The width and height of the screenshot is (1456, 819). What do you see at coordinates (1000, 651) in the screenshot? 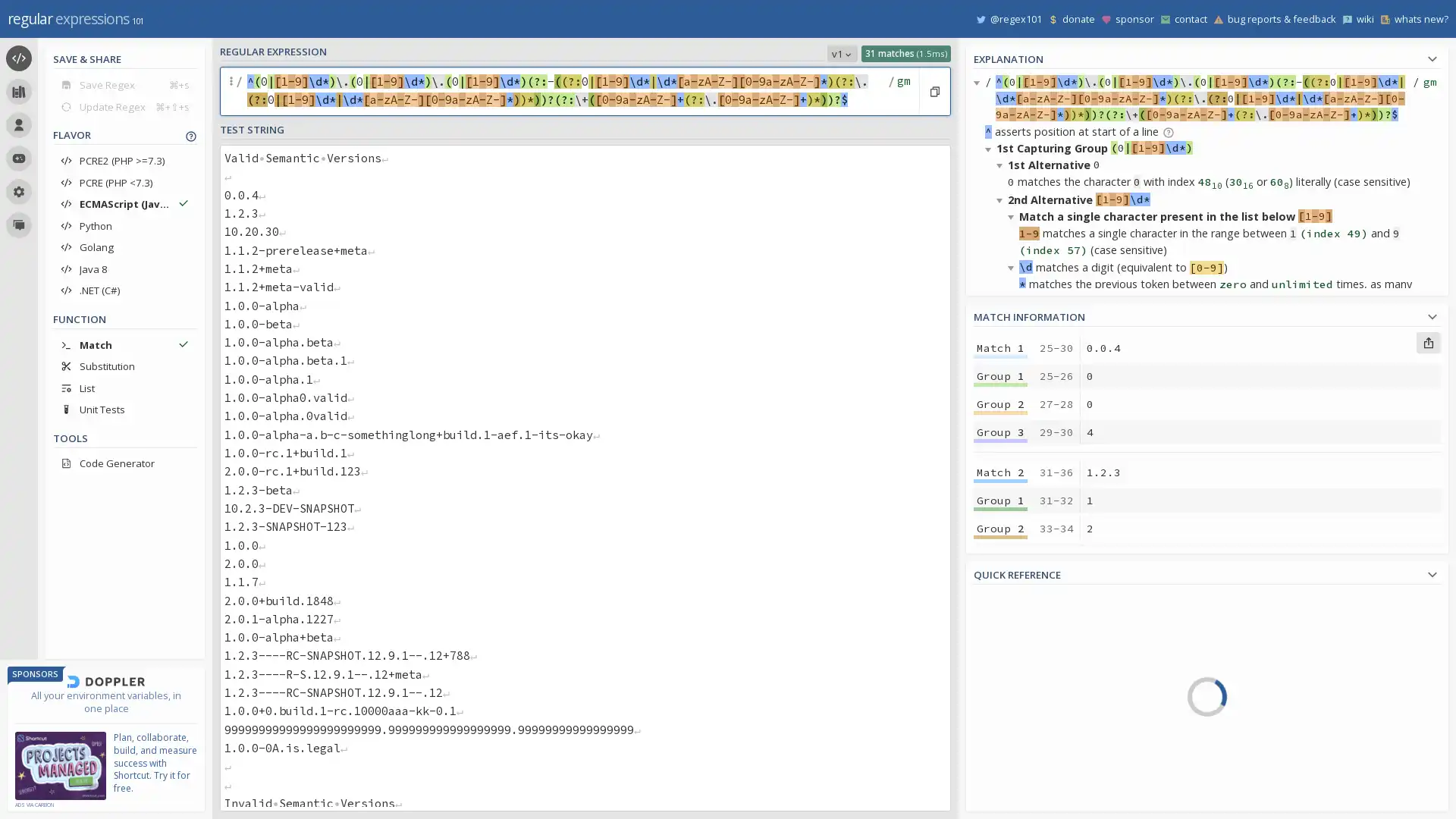
I see `Group 2` at bounding box center [1000, 651].